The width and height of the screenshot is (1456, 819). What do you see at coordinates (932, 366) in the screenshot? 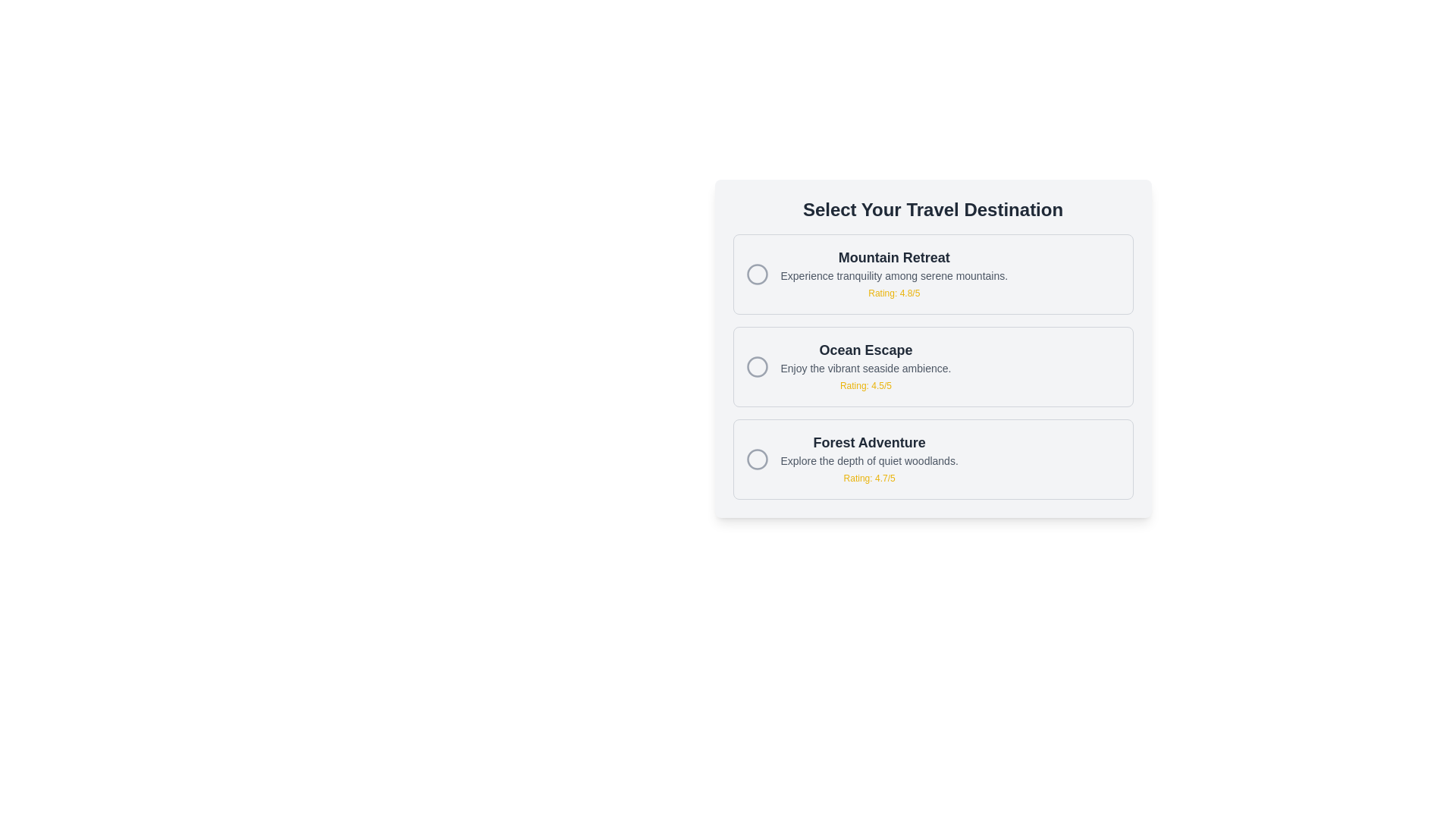
I see `descriptions or ratings of each card in the vertical list of selectable cards representing travel destinations, located below the 'Select Your Travel Destination' header` at bounding box center [932, 366].